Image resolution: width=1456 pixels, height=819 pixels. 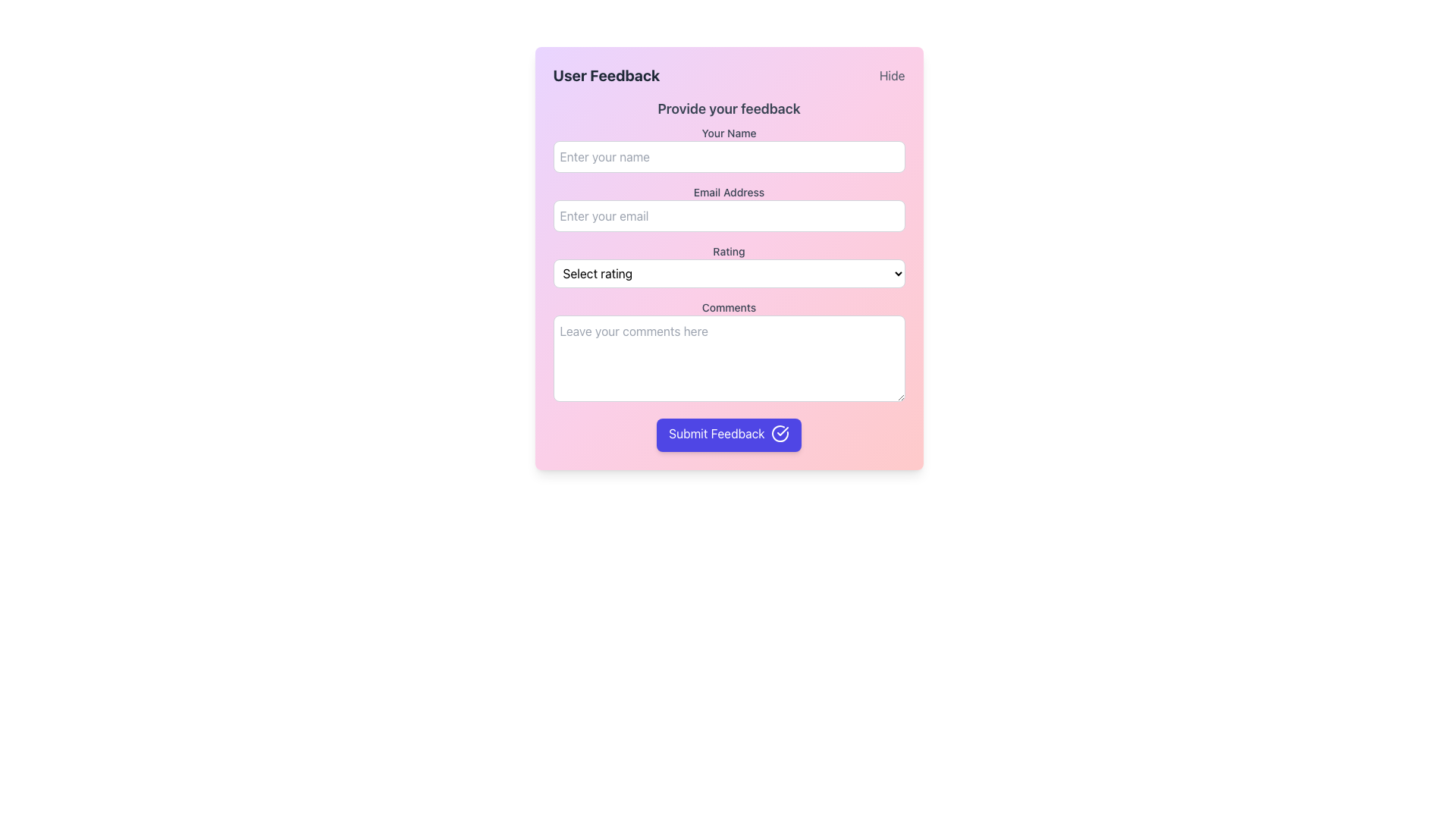 I want to click on the SVG check mark symbol, which is styled with rounded ends and enclosed within a circular outline, located to the right of the 'Submit Feedback' button at the bottom of the form, so click(x=783, y=431).